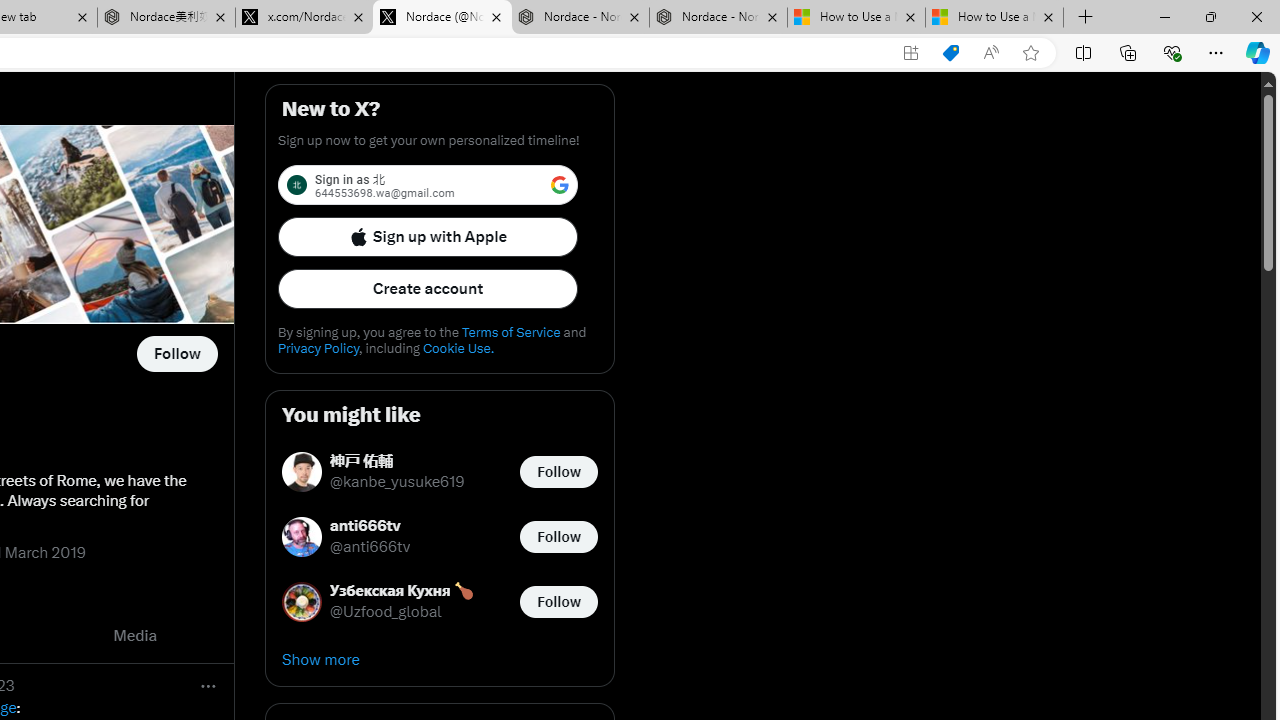 The width and height of the screenshot is (1280, 720). Describe the element at coordinates (457, 347) in the screenshot. I see `'Cookie Use.'` at that location.